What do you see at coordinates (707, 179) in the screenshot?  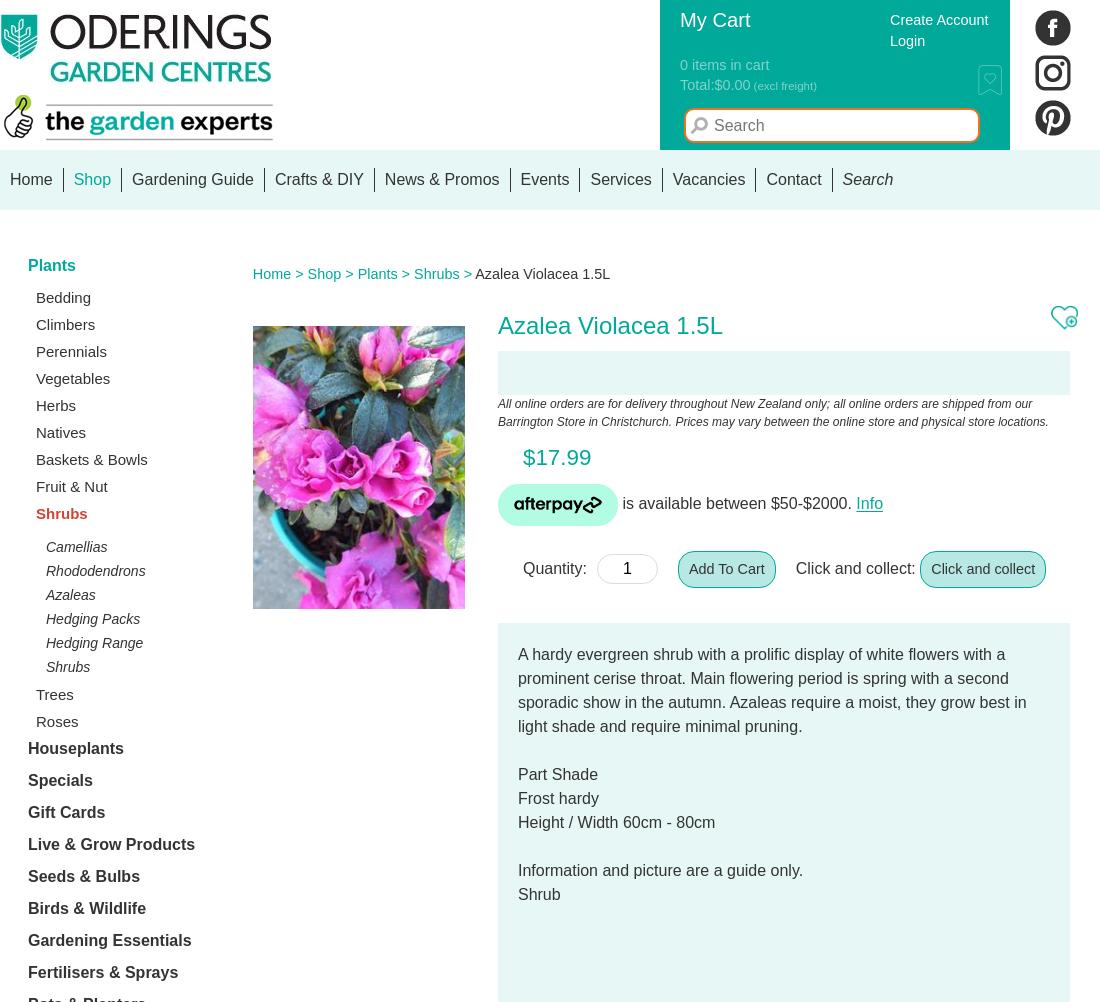 I see `'Vacancies'` at bounding box center [707, 179].